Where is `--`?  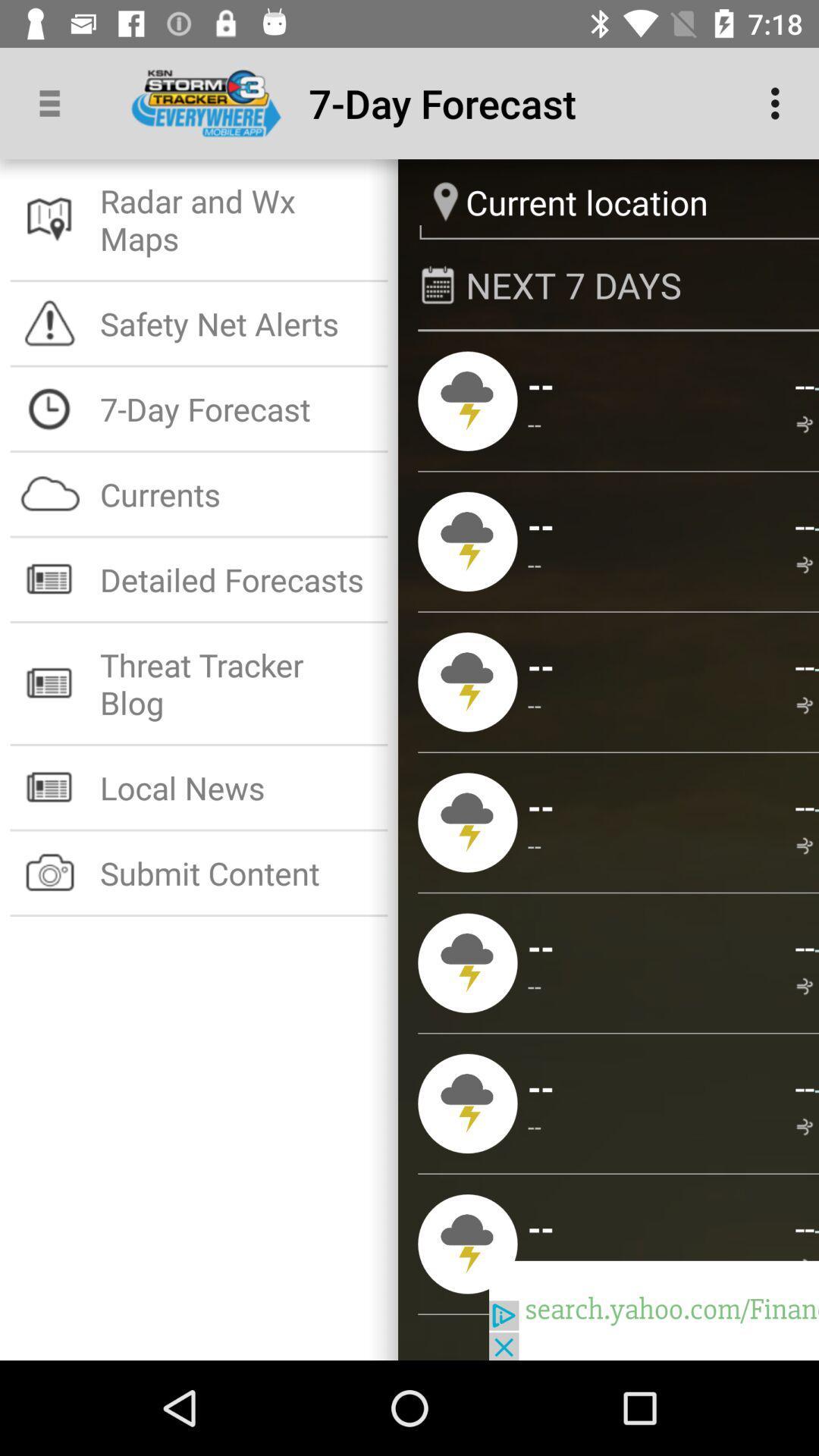
-- is located at coordinates (534, 844).